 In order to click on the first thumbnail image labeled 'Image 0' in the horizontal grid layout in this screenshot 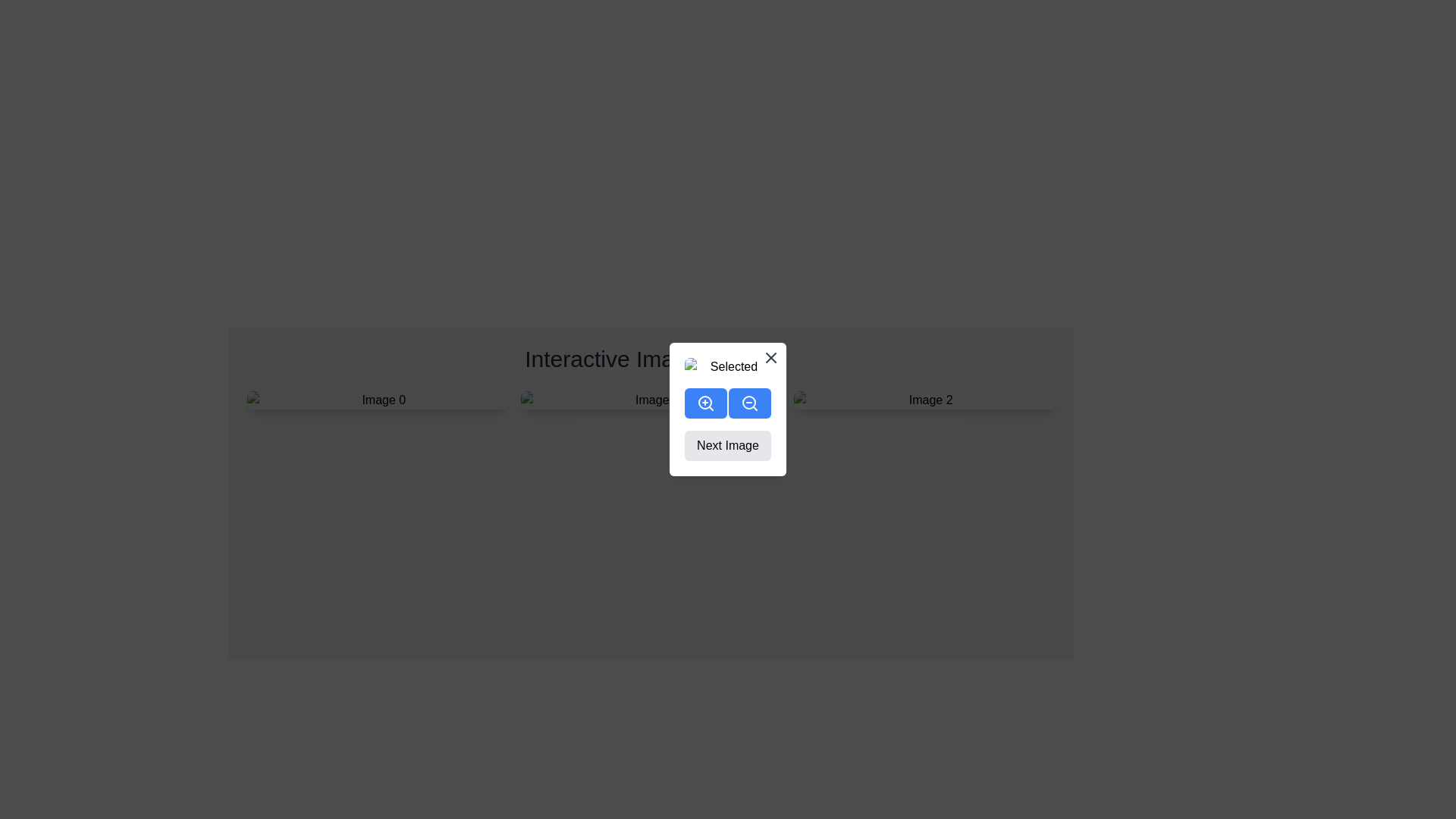, I will do `click(378, 400)`.